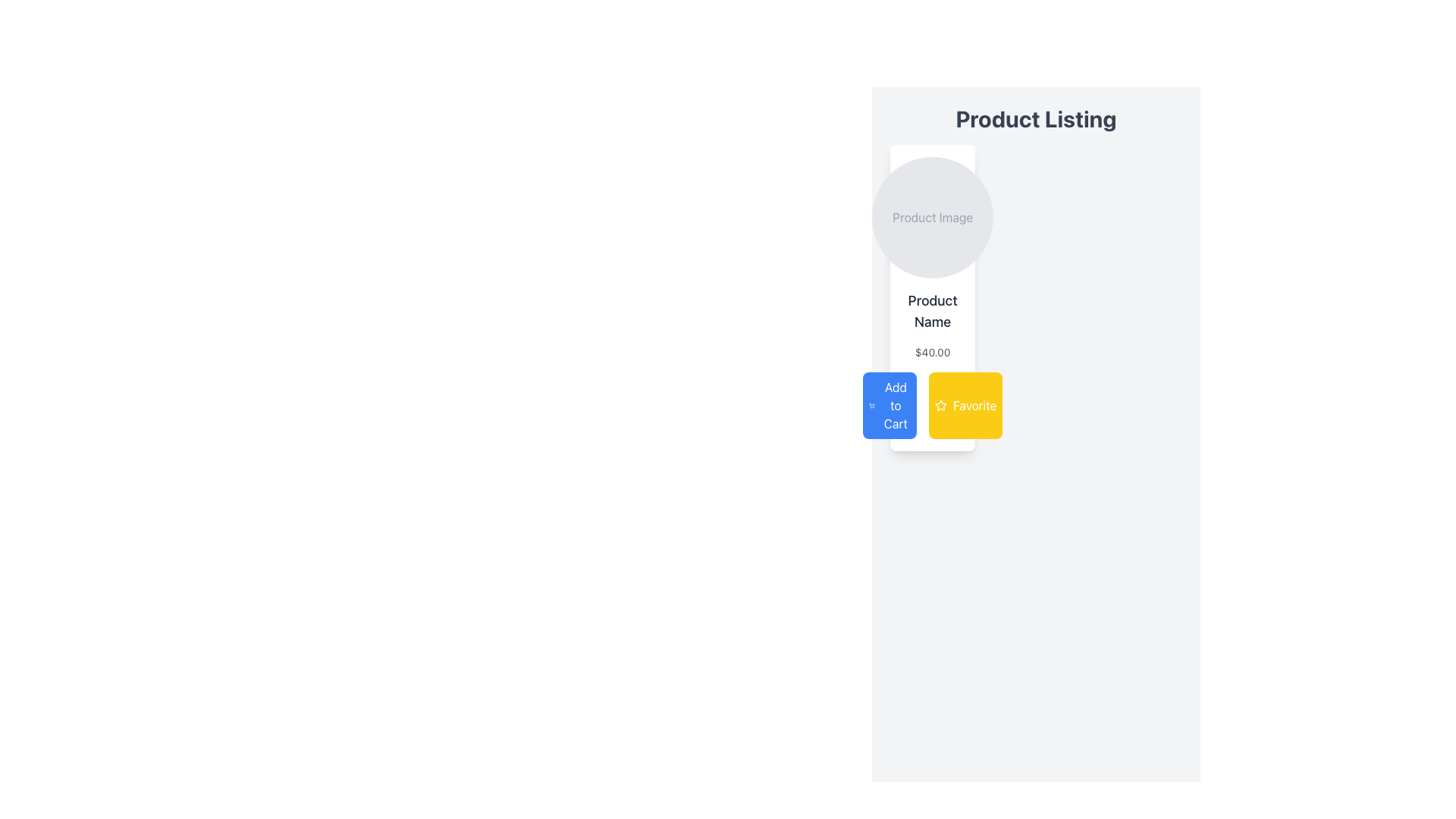 The height and width of the screenshot is (819, 1456). Describe the element at coordinates (1035, 118) in the screenshot. I see `the main header text label for the 'Product Listing' page, which is centered at the top of the interface above the product cards` at that location.